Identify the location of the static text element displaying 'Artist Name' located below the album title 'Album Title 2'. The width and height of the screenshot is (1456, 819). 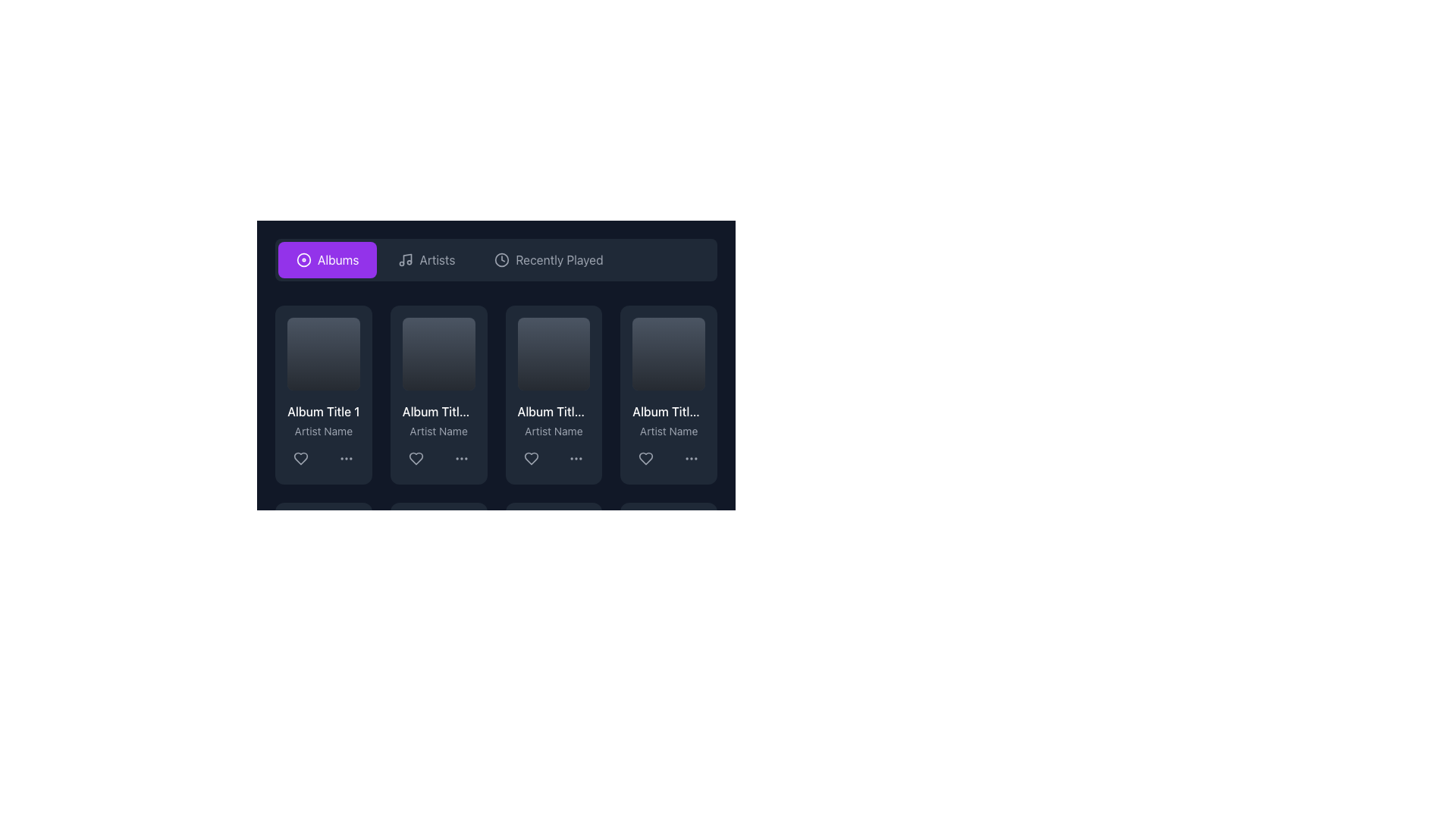
(438, 431).